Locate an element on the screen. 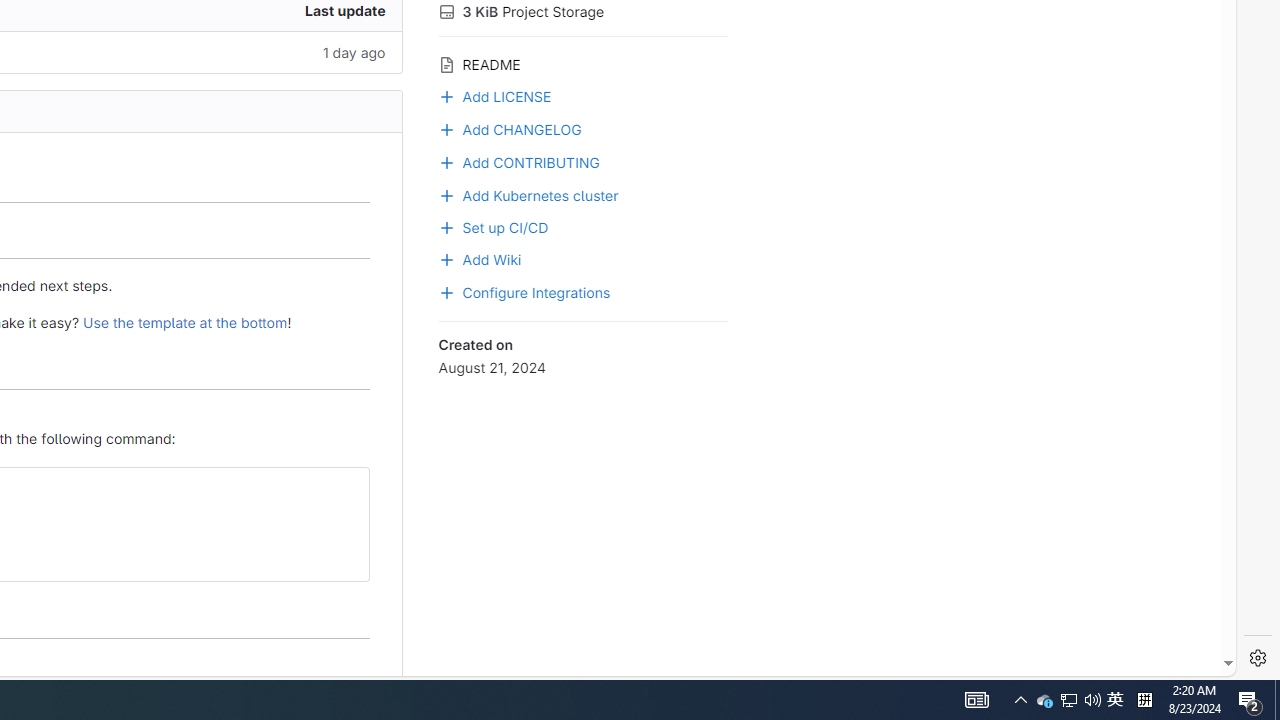 Image resolution: width=1280 pixels, height=720 pixels. 'Use the template at the bottom' is located at coordinates (185, 321).